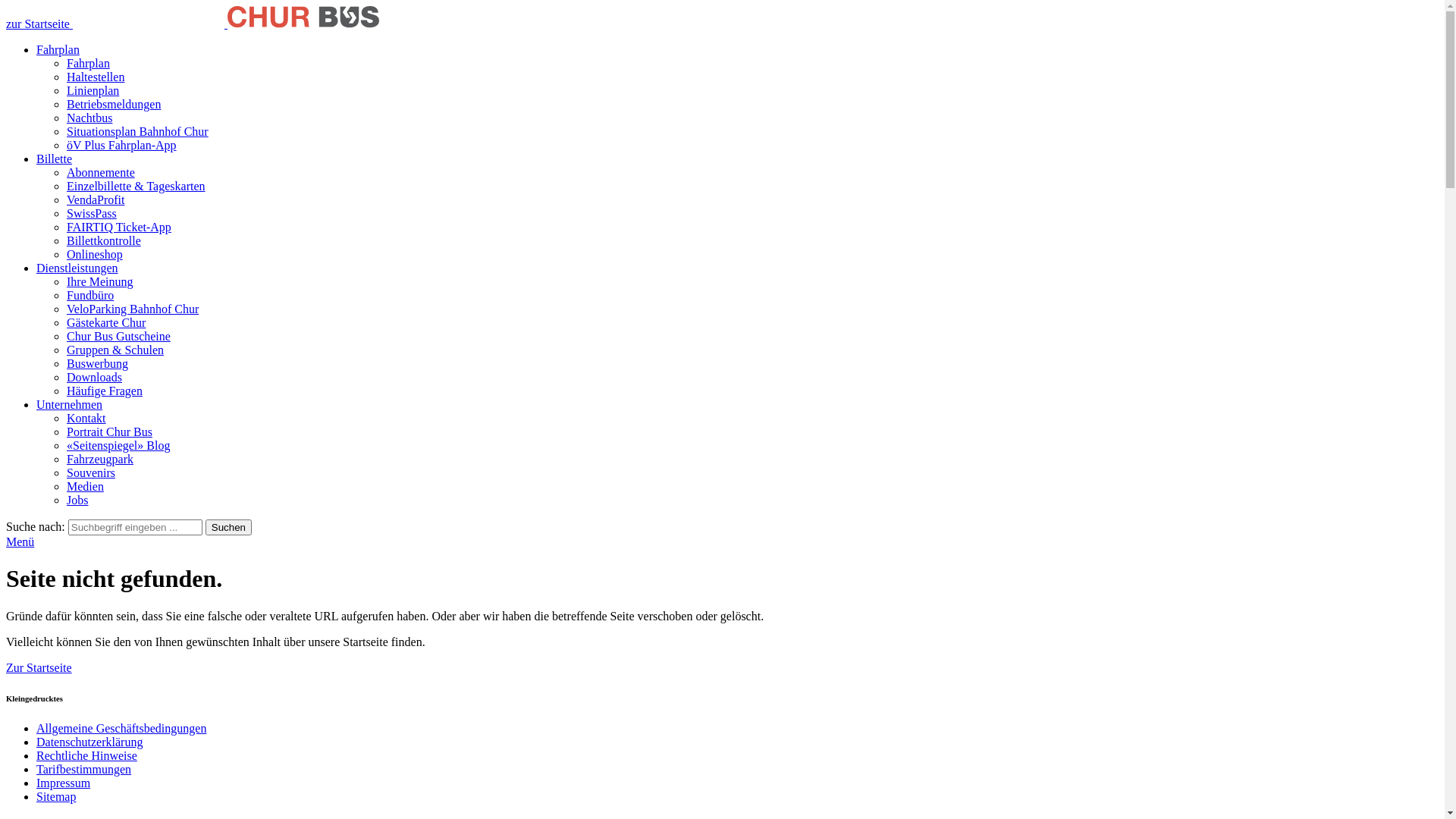  What do you see at coordinates (54, 158) in the screenshot?
I see `'Billette'` at bounding box center [54, 158].